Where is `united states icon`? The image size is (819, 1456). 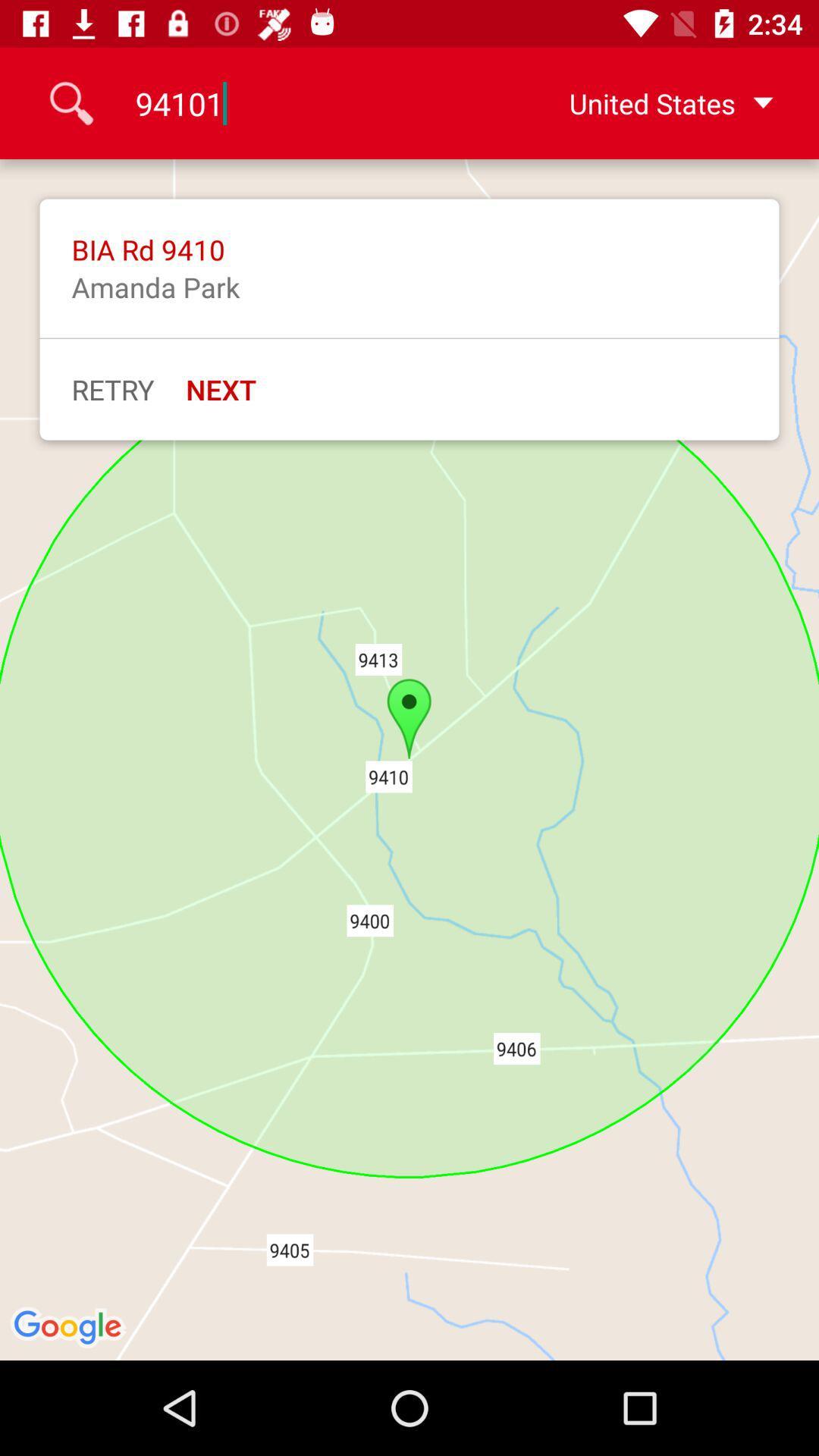
united states icon is located at coordinates (647, 102).